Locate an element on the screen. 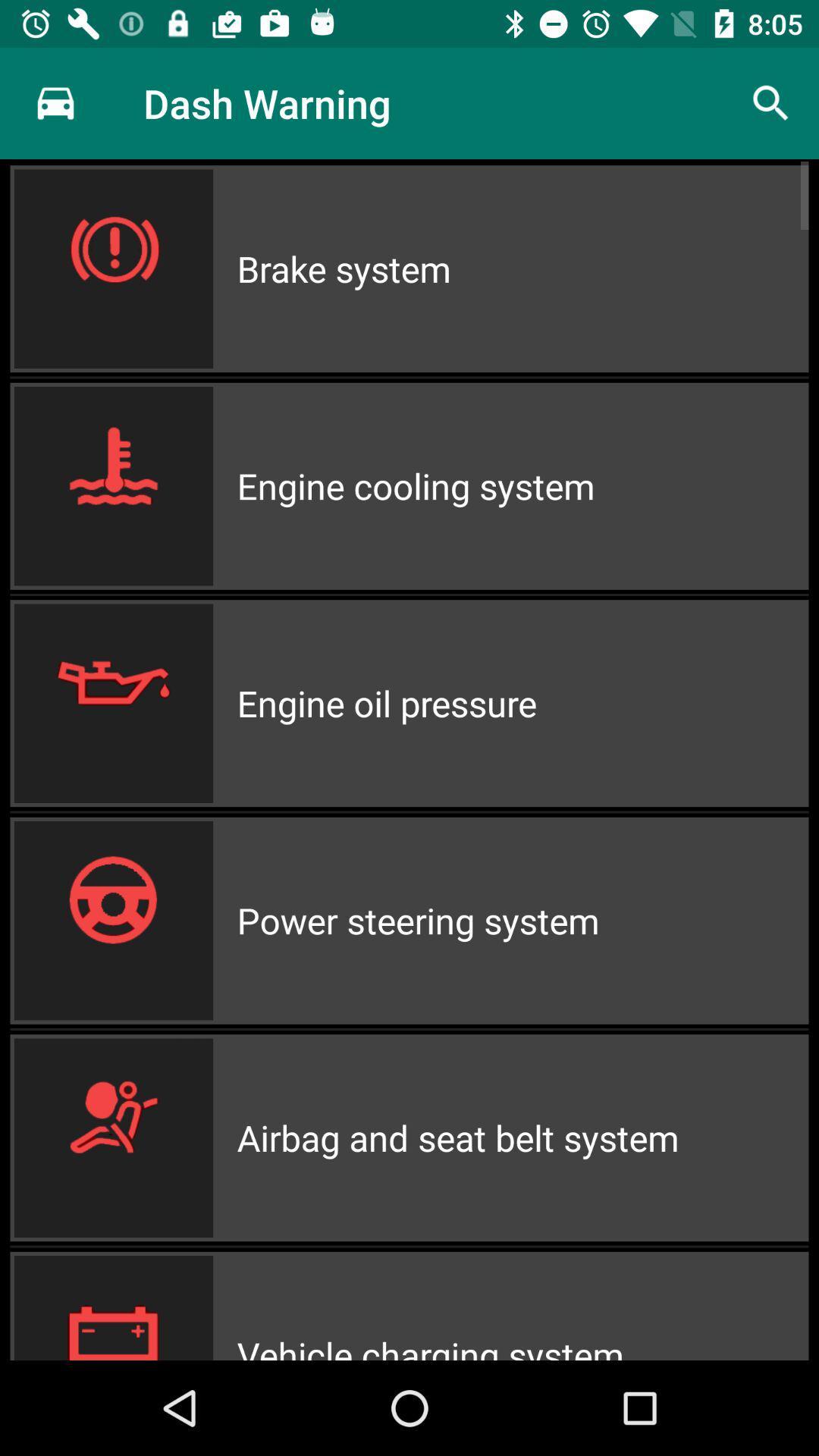 Image resolution: width=819 pixels, height=1456 pixels. the item at the top right corner is located at coordinates (771, 102).